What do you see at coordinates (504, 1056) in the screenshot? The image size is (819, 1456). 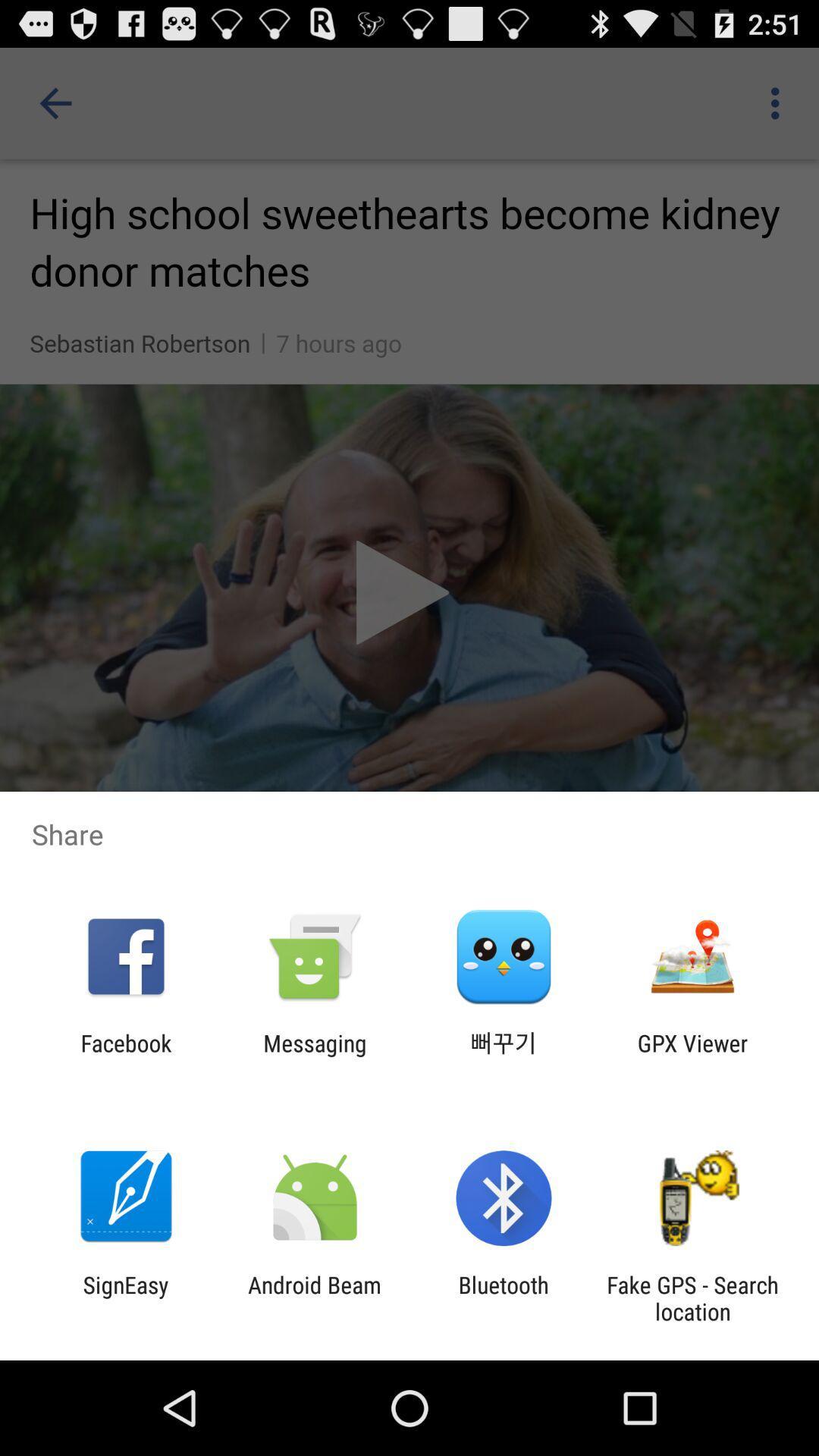 I see `the app next to the messaging app` at bounding box center [504, 1056].